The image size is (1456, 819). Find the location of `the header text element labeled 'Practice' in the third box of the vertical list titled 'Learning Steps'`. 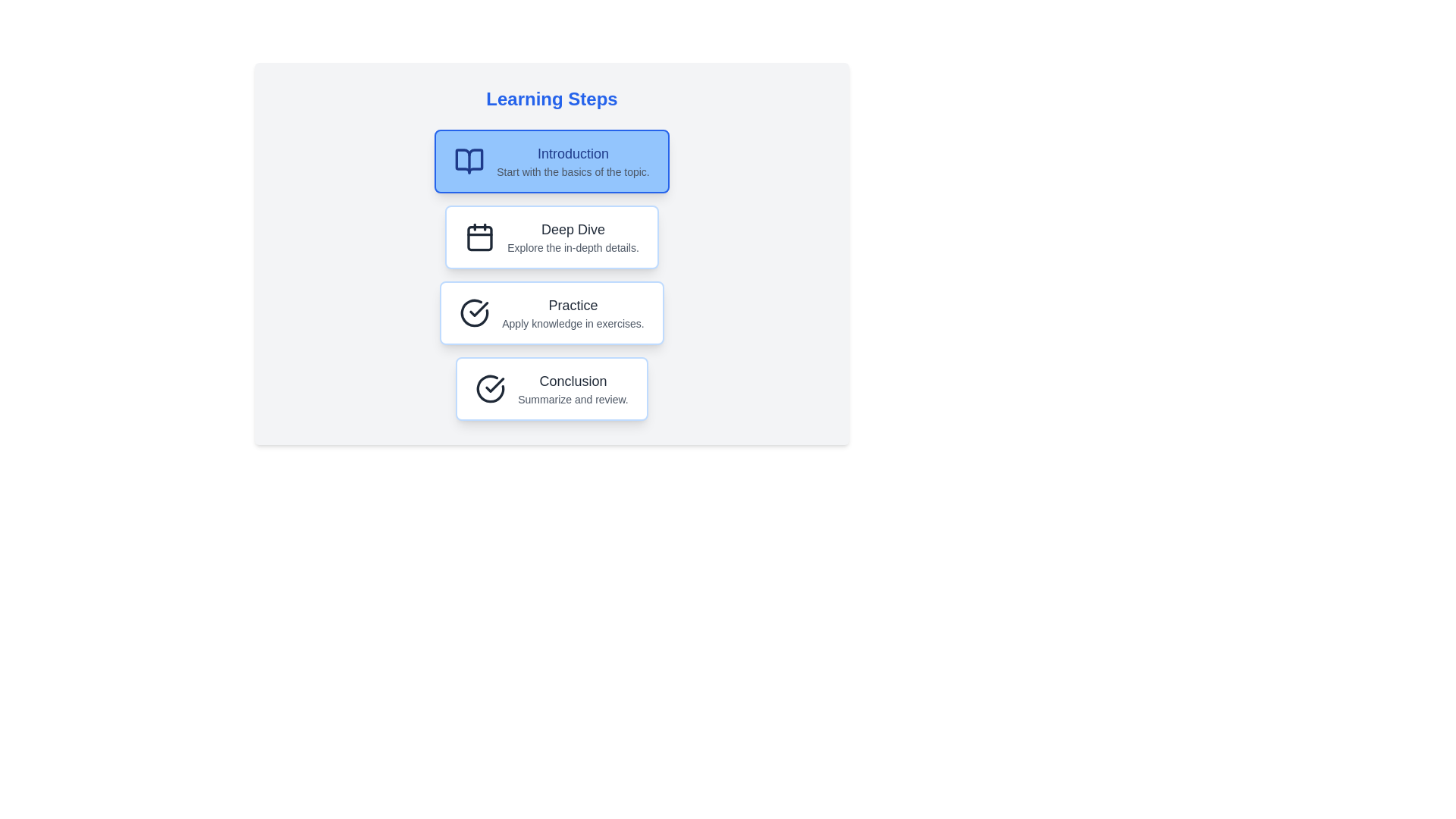

the header text element labeled 'Practice' in the third box of the vertical list titled 'Learning Steps' is located at coordinates (572, 305).